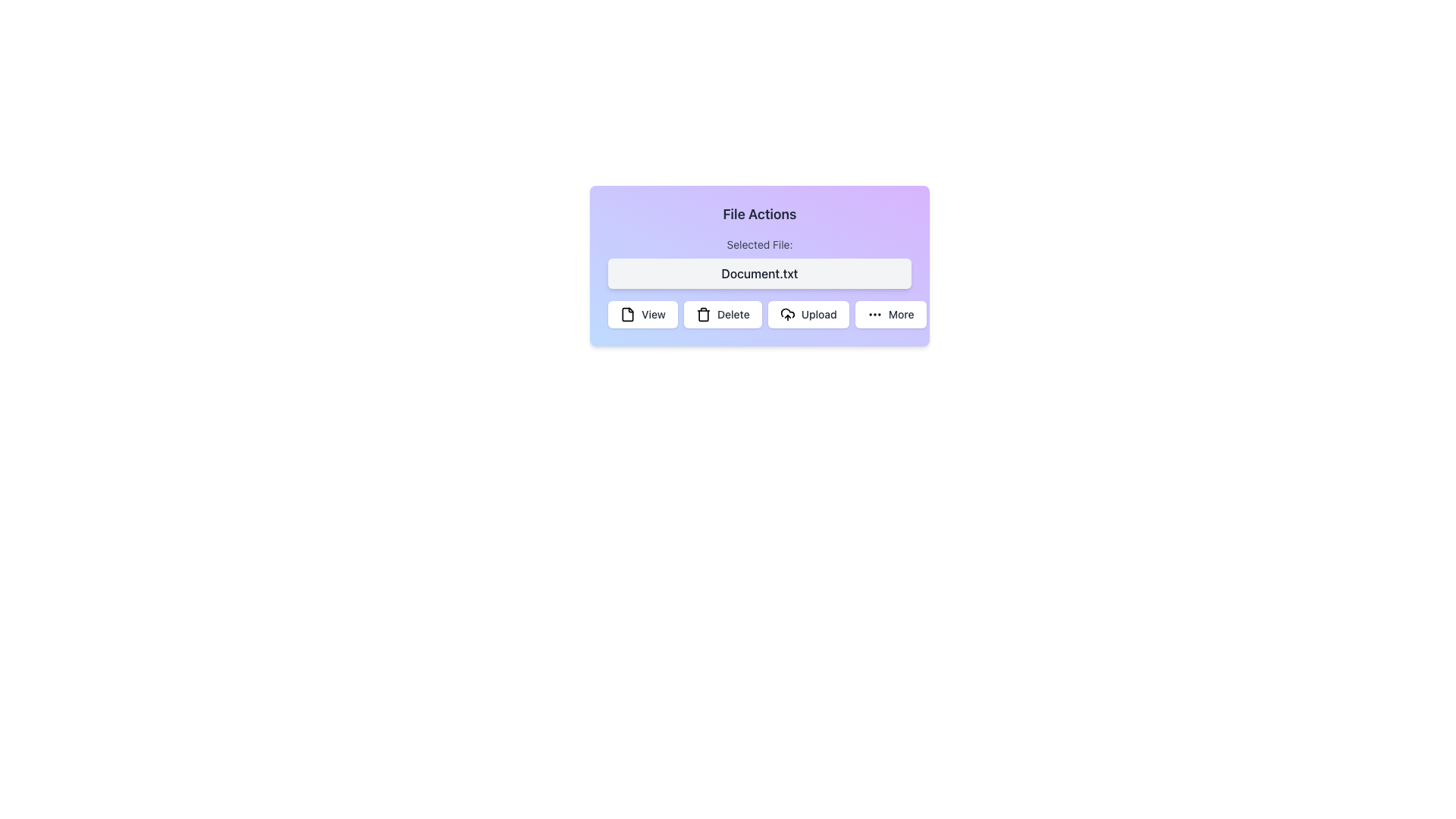  What do you see at coordinates (628, 314) in the screenshot?
I see `the 'View' button icon, which is the first element in a horizontal group of buttons` at bounding box center [628, 314].